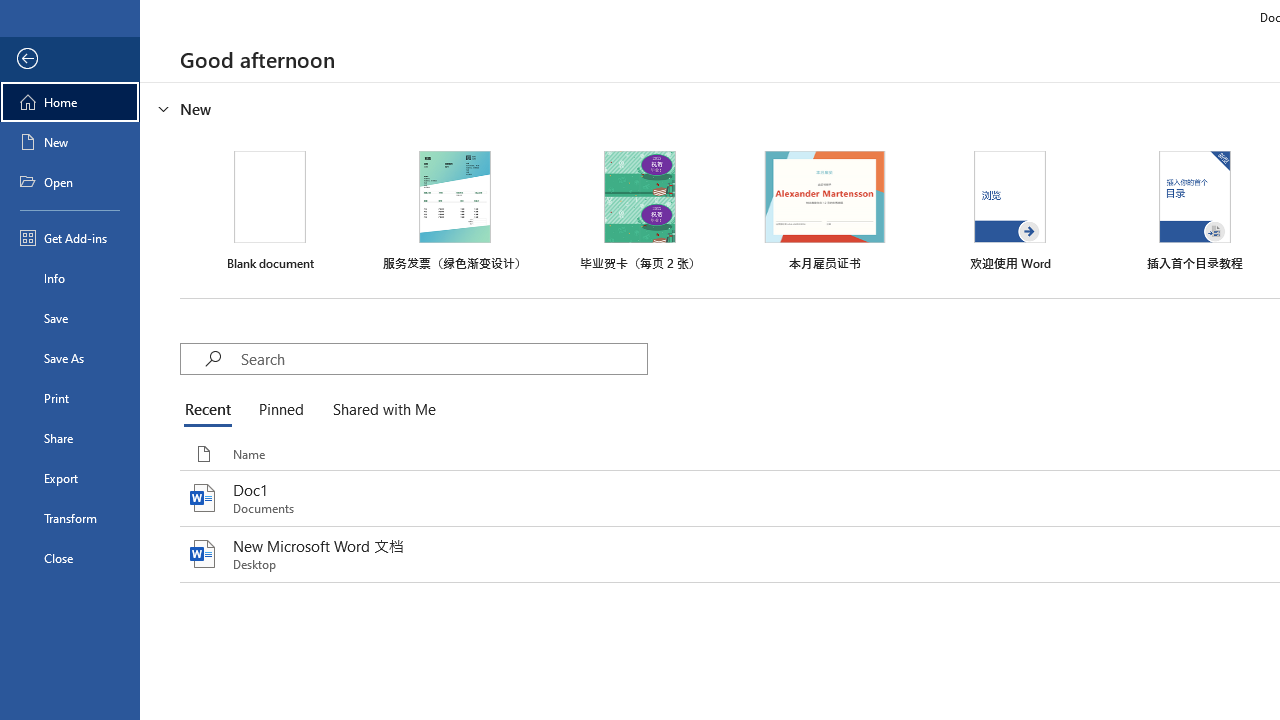 The image size is (1280, 720). What do you see at coordinates (69, 437) in the screenshot?
I see `'Share'` at bounding box center [69, 437].